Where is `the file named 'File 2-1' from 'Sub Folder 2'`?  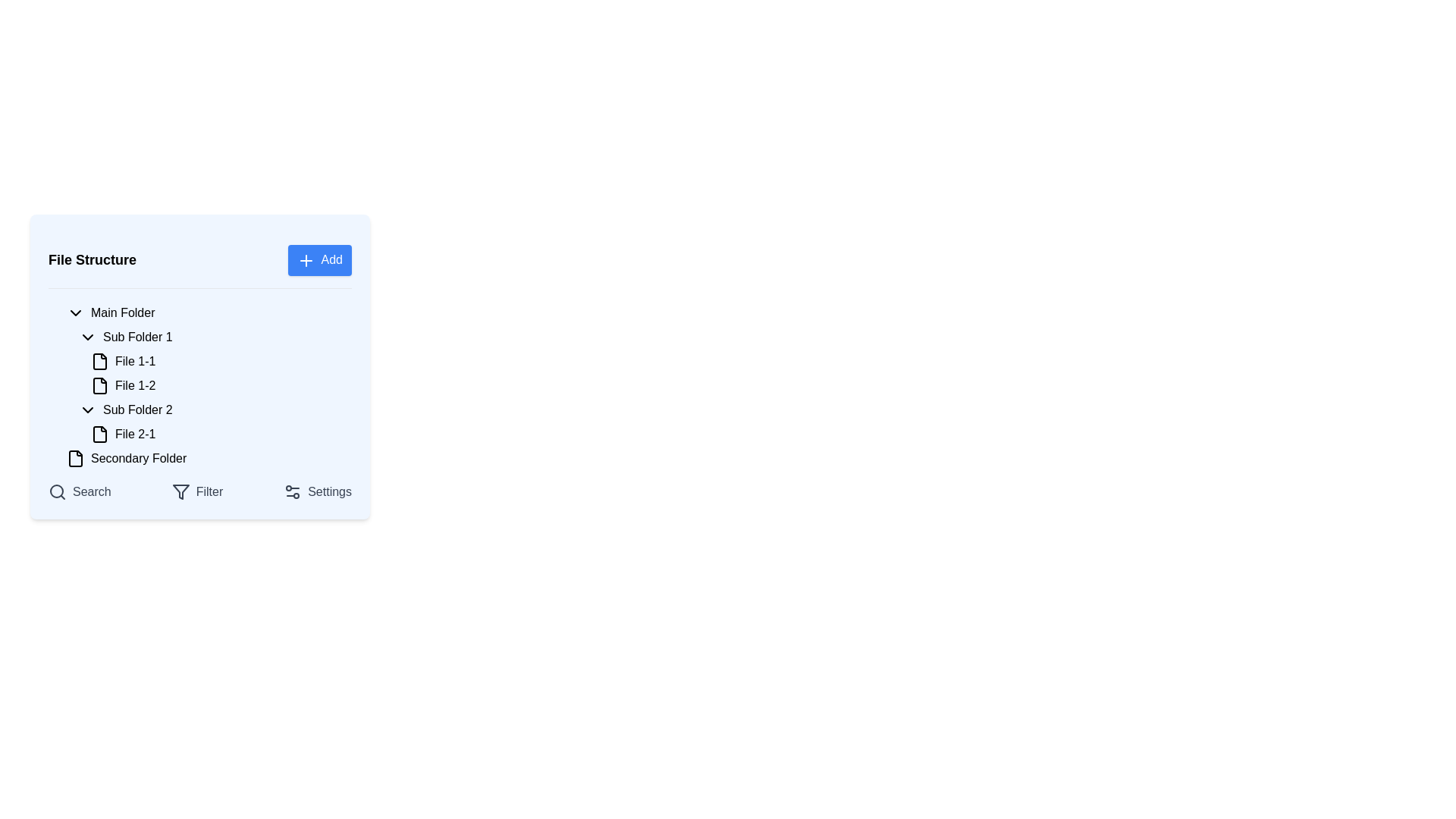 the file named 'File 2-1' from 'Sub Folder 2' is located at coordinates (211, 422).